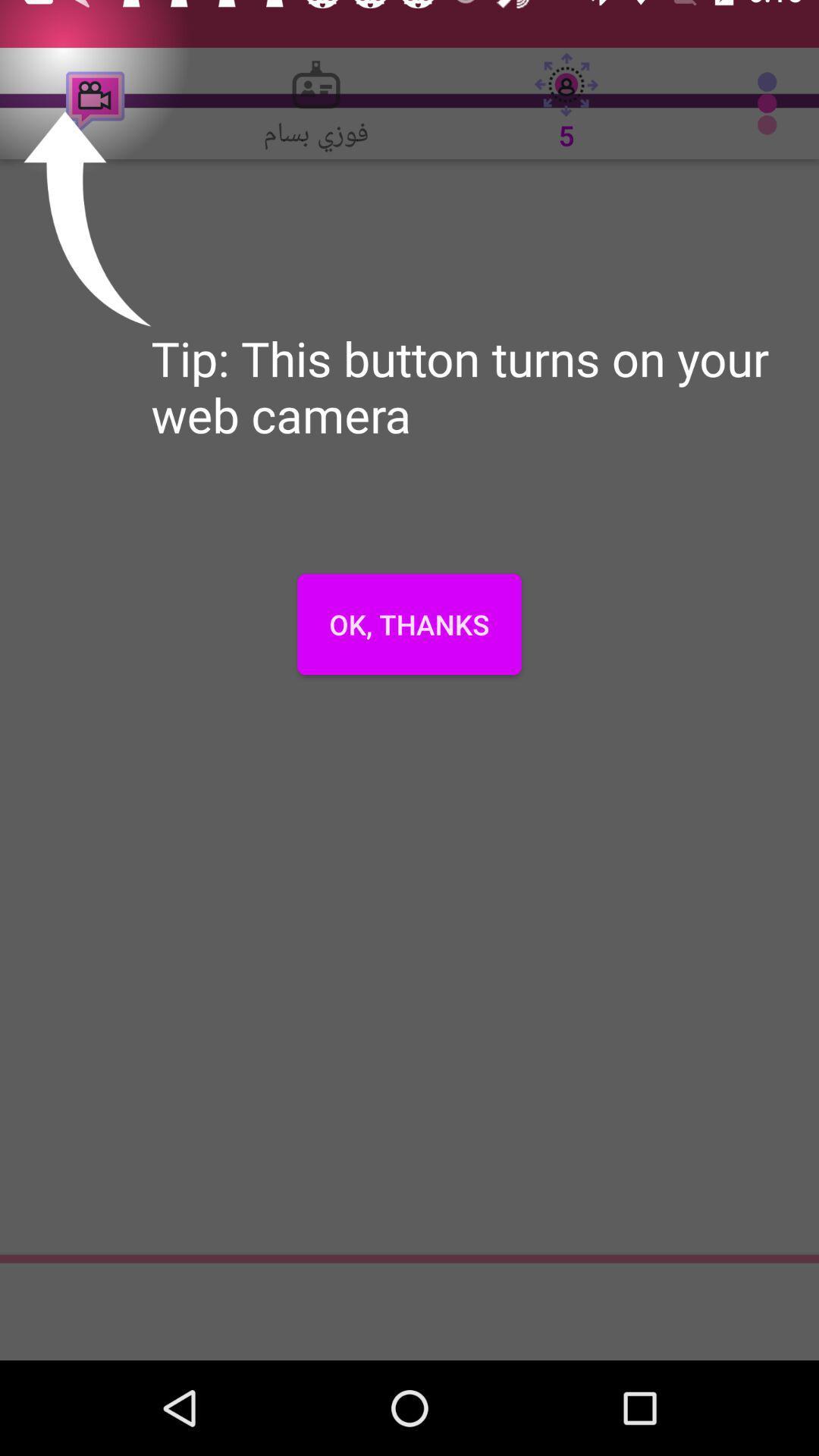 The height and width of the screenshot is (1456, 819). I want to click on ok, thanks, so click(409, 624).